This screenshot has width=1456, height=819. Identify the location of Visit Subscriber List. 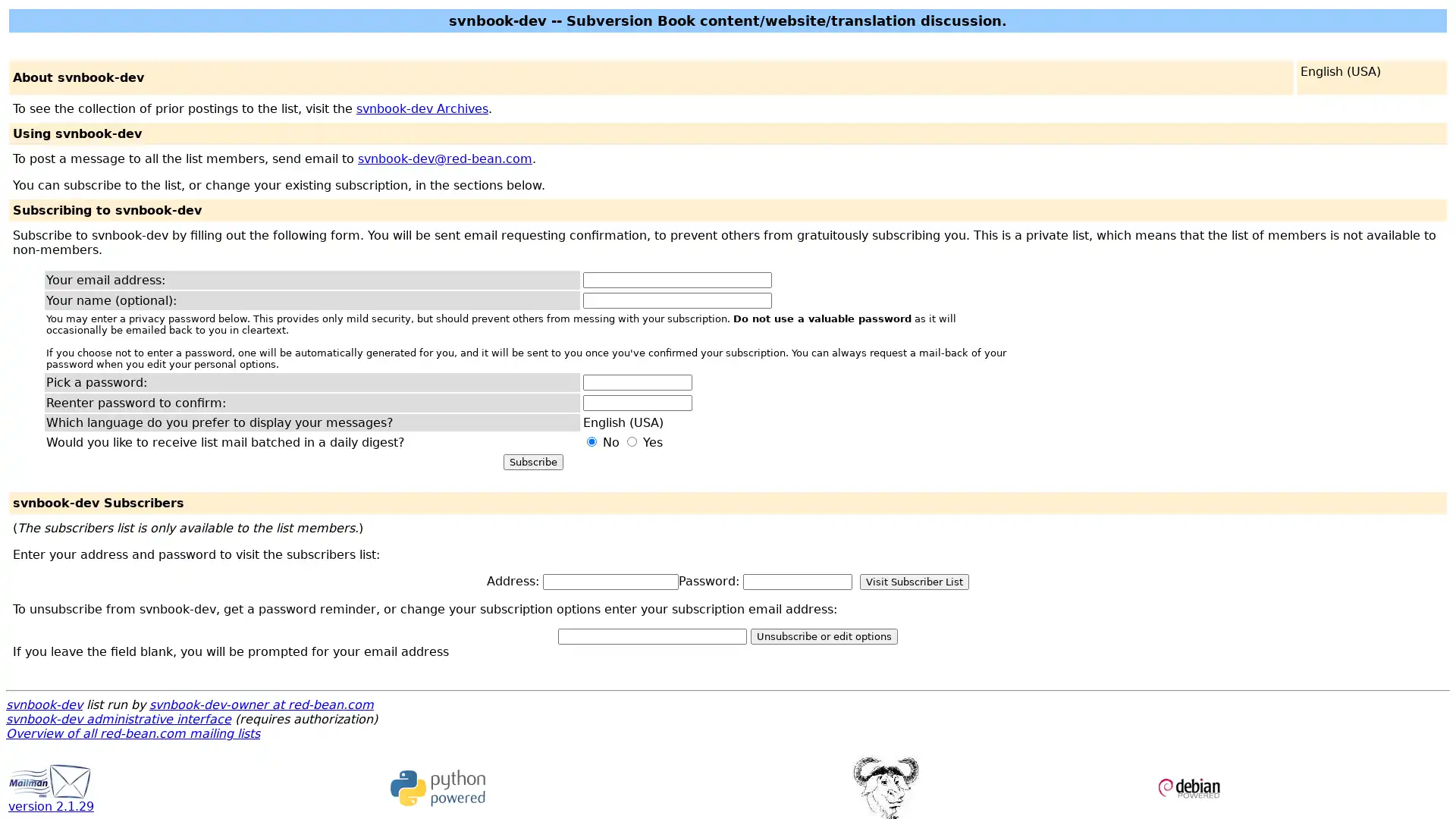
(913, 581).